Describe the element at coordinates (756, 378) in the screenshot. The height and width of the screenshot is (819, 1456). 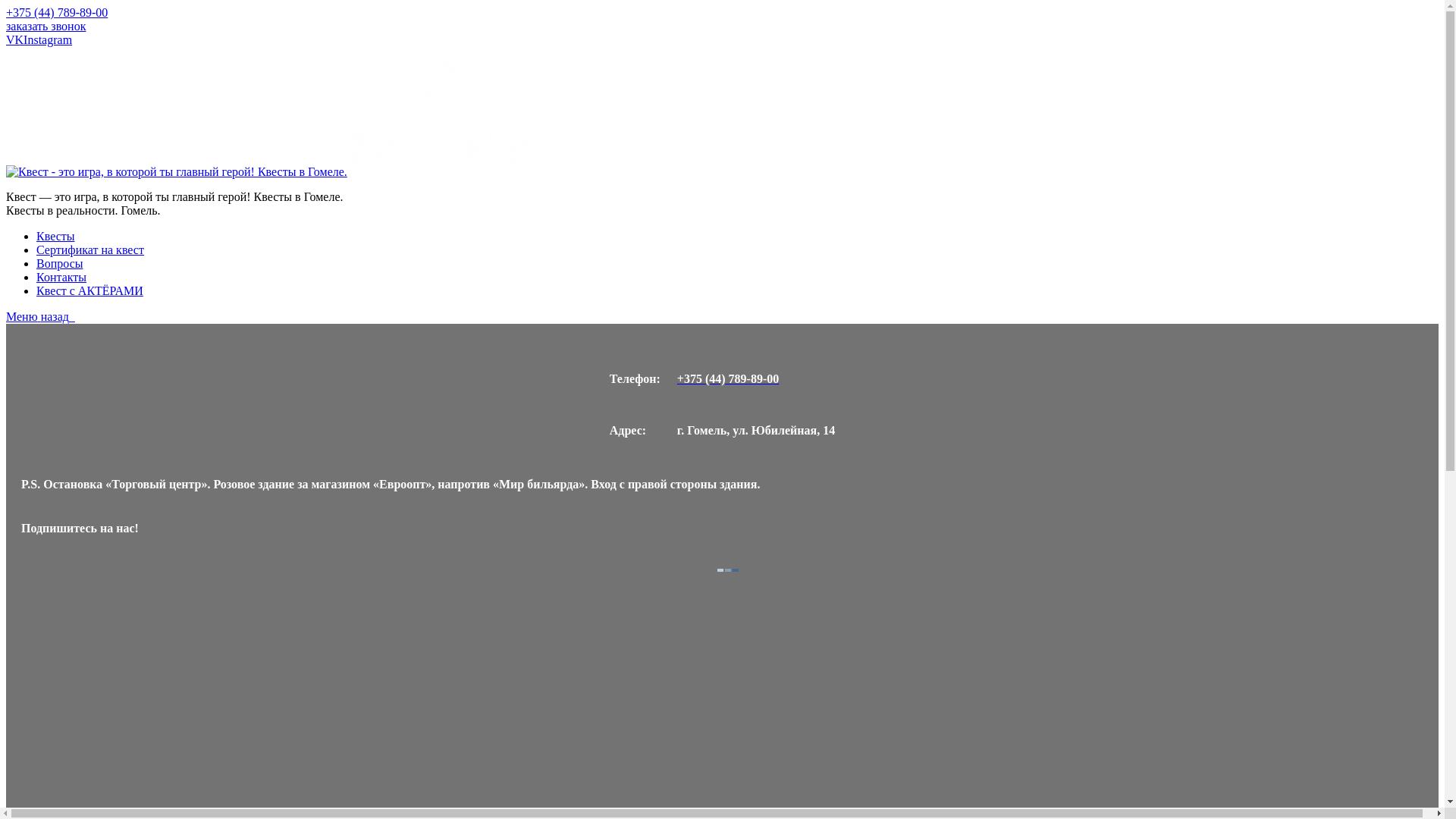
I see `'+375 (44) 789-89-00'` at that location.